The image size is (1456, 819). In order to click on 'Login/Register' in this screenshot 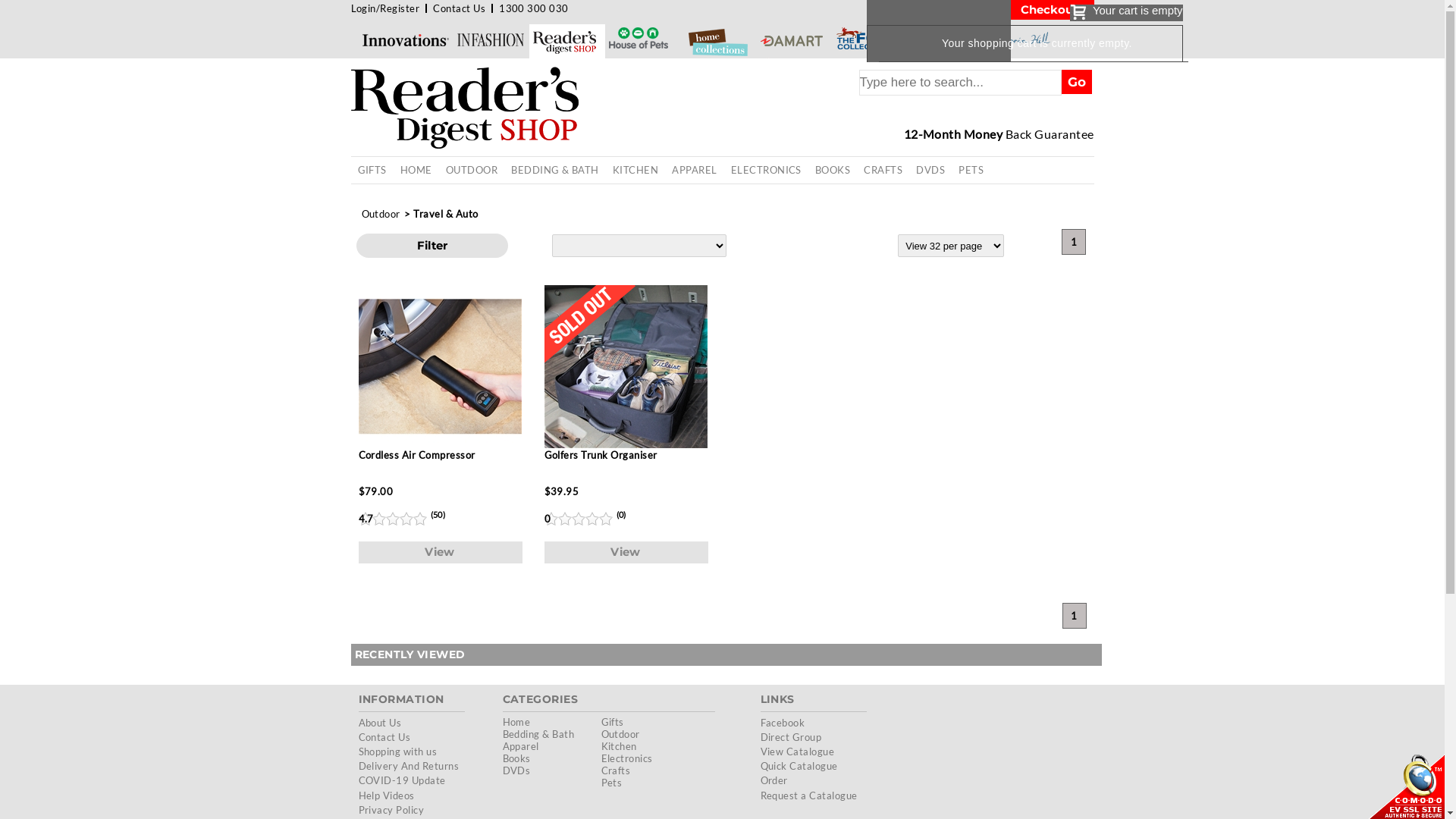, I will do `click(349, 8)`.